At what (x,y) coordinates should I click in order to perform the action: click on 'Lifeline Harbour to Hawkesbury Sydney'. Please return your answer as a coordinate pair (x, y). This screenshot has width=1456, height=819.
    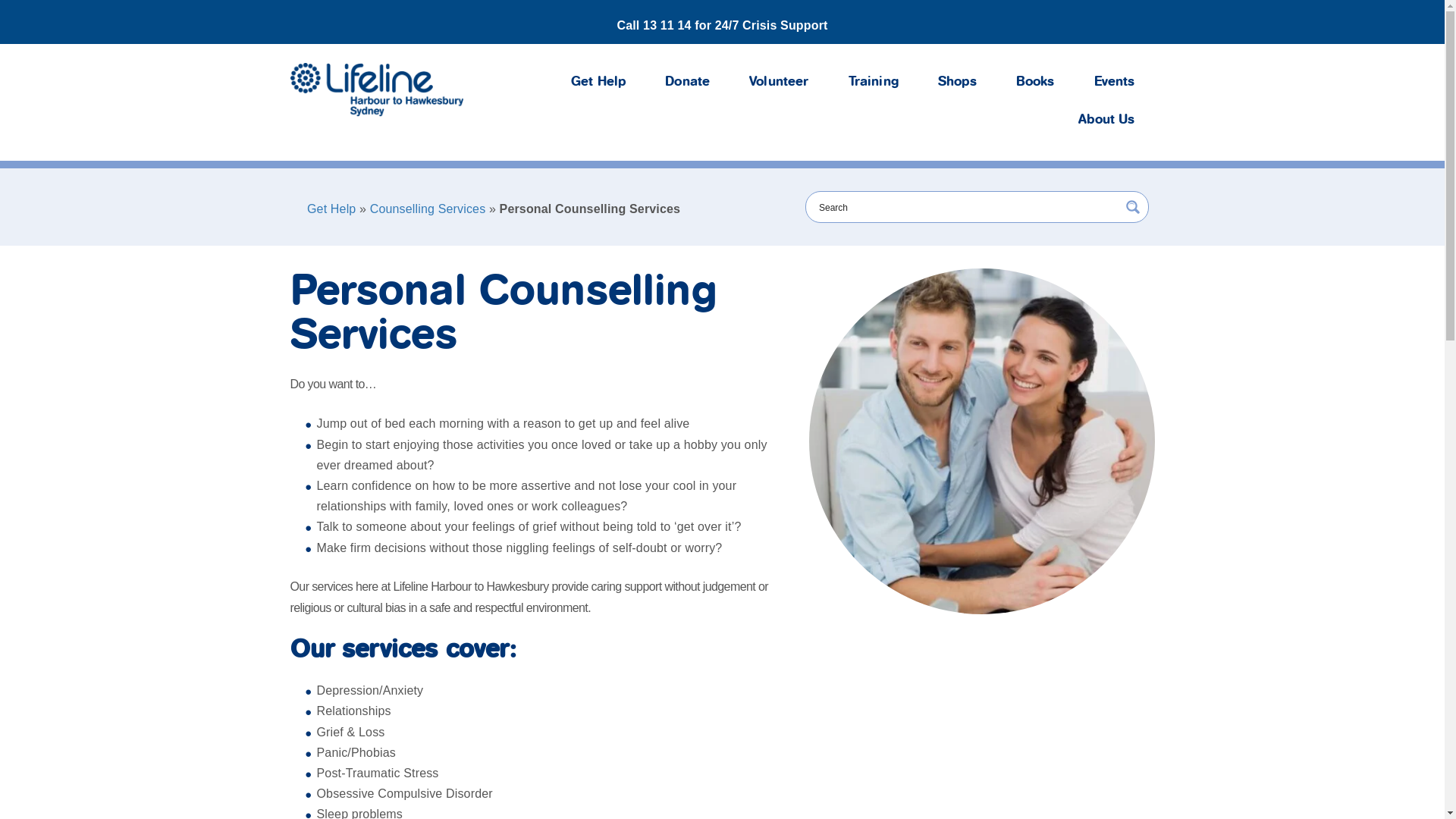
    Looking at the image, I should click on (375, 89).